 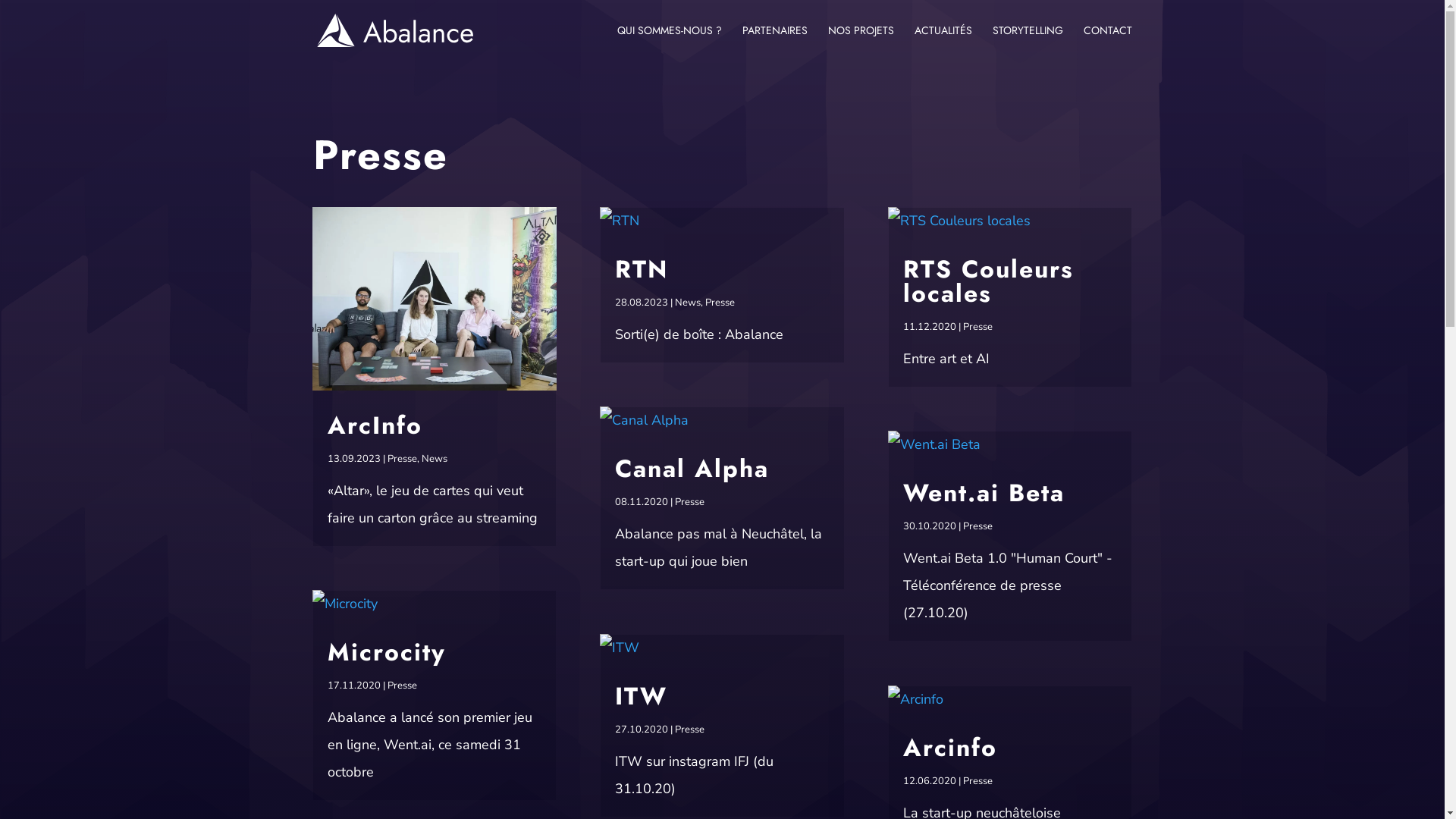 What do you see at coordinates (1106, 42) in the screenshot?
I see `'CONTACT'` at bounding box center [1106, 42].